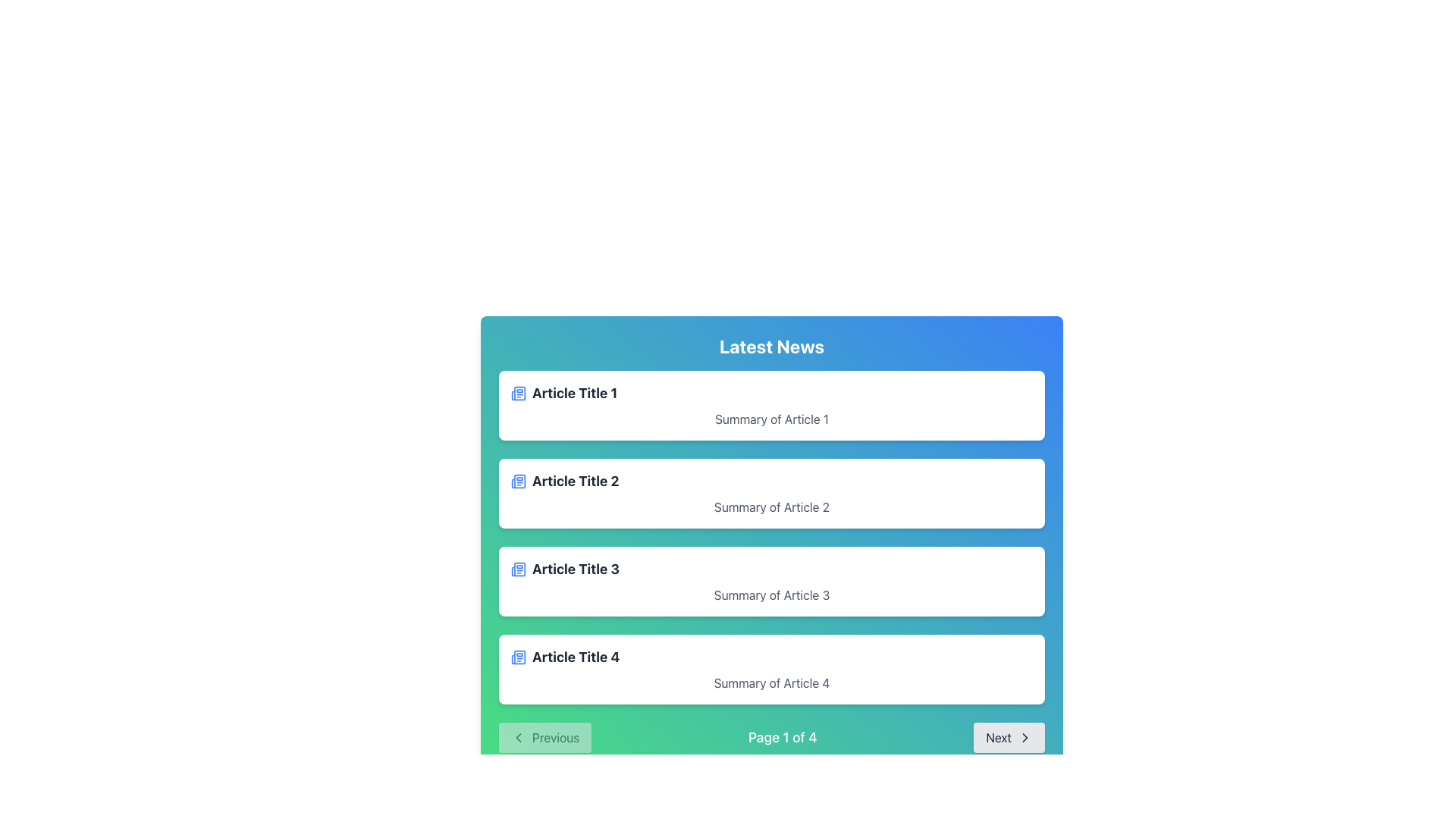 This screenshot has width=1456, height=819. Describe the element at coordinates (519, 736) in the screenshot. I see `the left-pointing chevron arrow icon indicating a 'back' or 'previous' action located within the 'Previous' button group at the bottom-left corner of the interface` at that location.